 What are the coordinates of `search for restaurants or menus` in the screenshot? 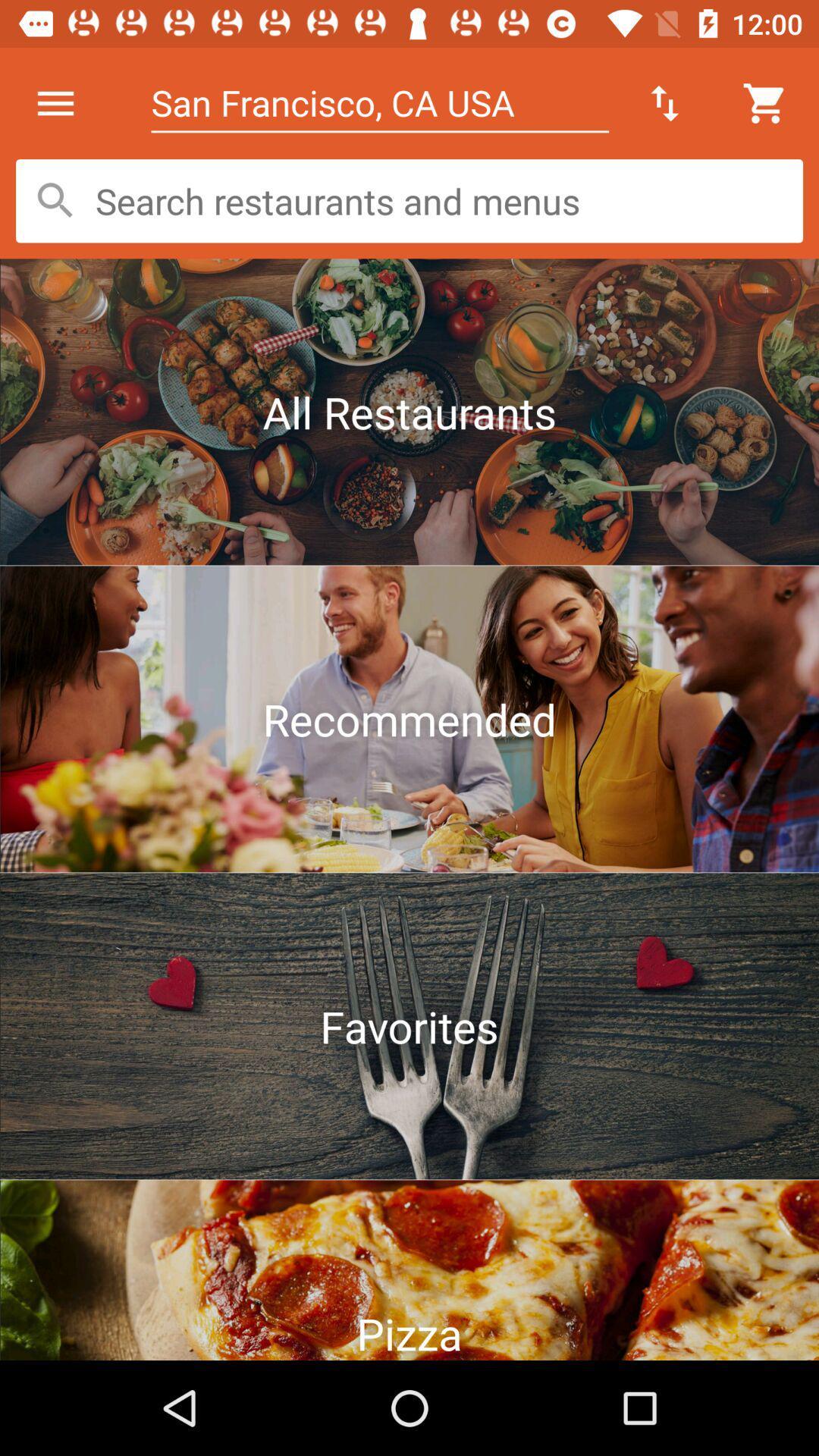 It's located at (409, 200).